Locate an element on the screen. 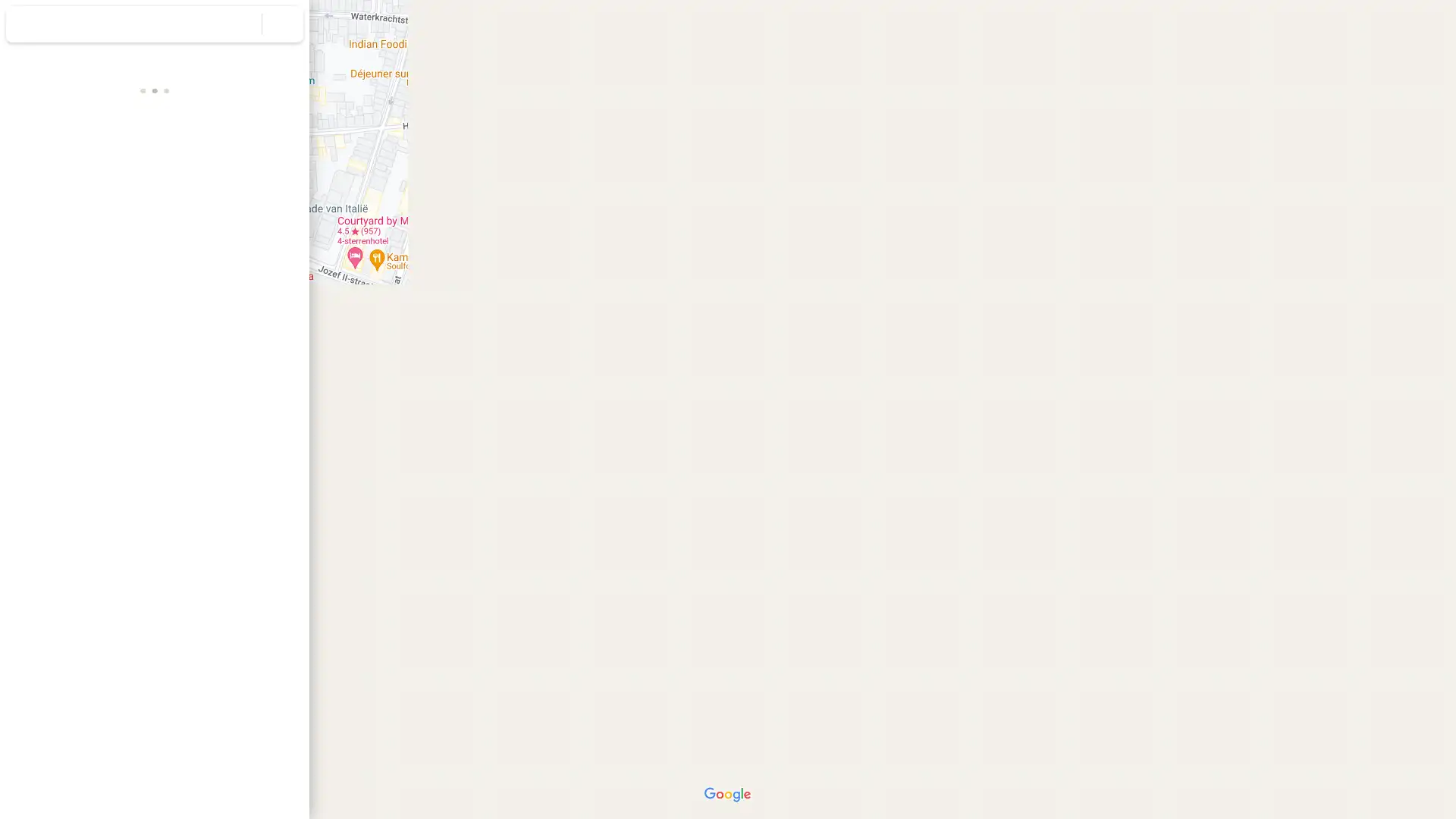  Zoekopdracht wissen is located at coordinates (283, 24).